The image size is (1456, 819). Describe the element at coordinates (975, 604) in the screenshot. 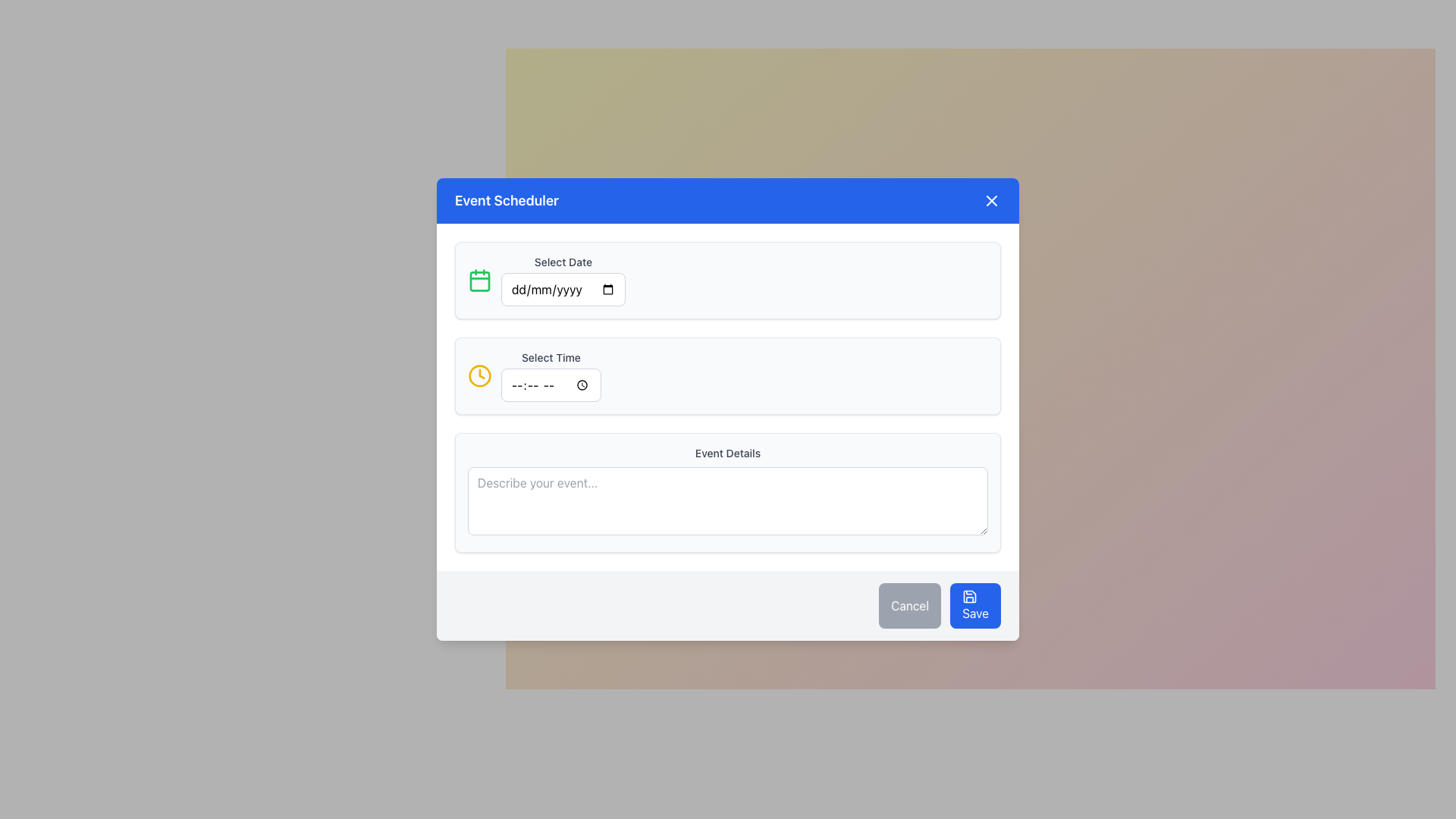

I see `the 'Save' button located at the bottom-right corner of the event scheduler dialog` at that location.